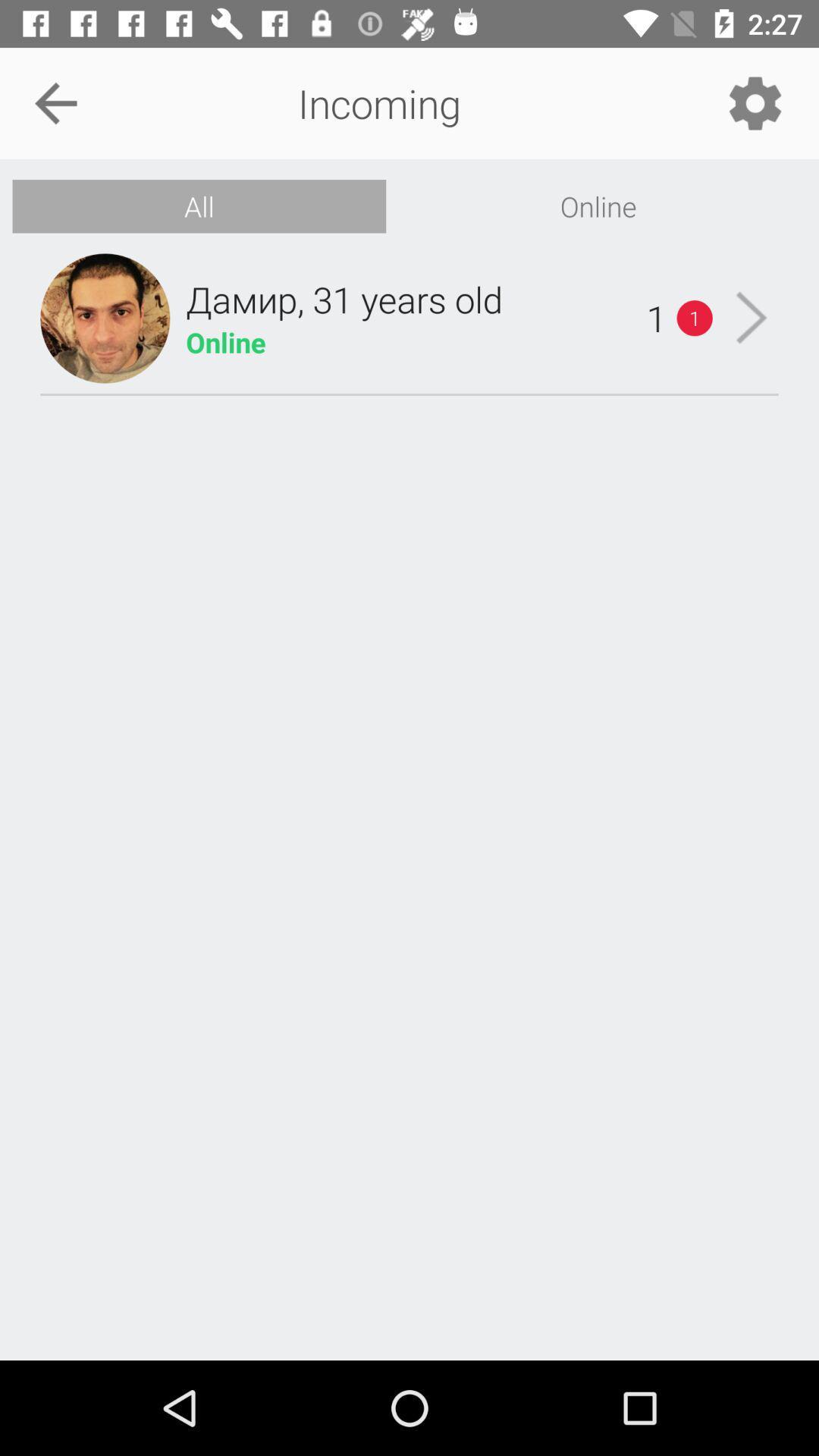  I want to click on icon below the online, so click(752, 317).